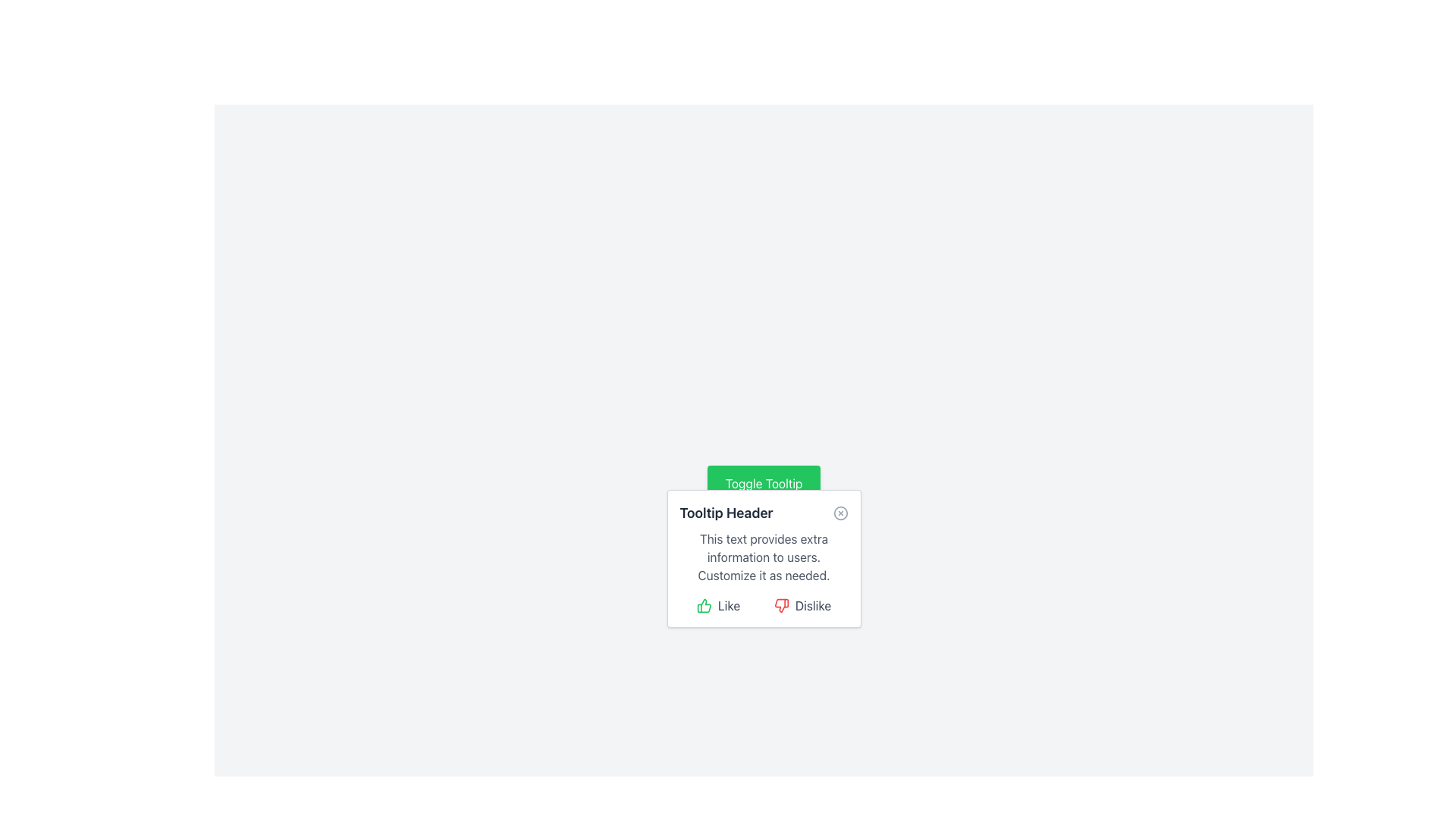  I want to click on the Static Text element located under 'Tooltip Header' and above the 'Like' and 'Dislike' buttons within the tooltip, so click(764, 557).